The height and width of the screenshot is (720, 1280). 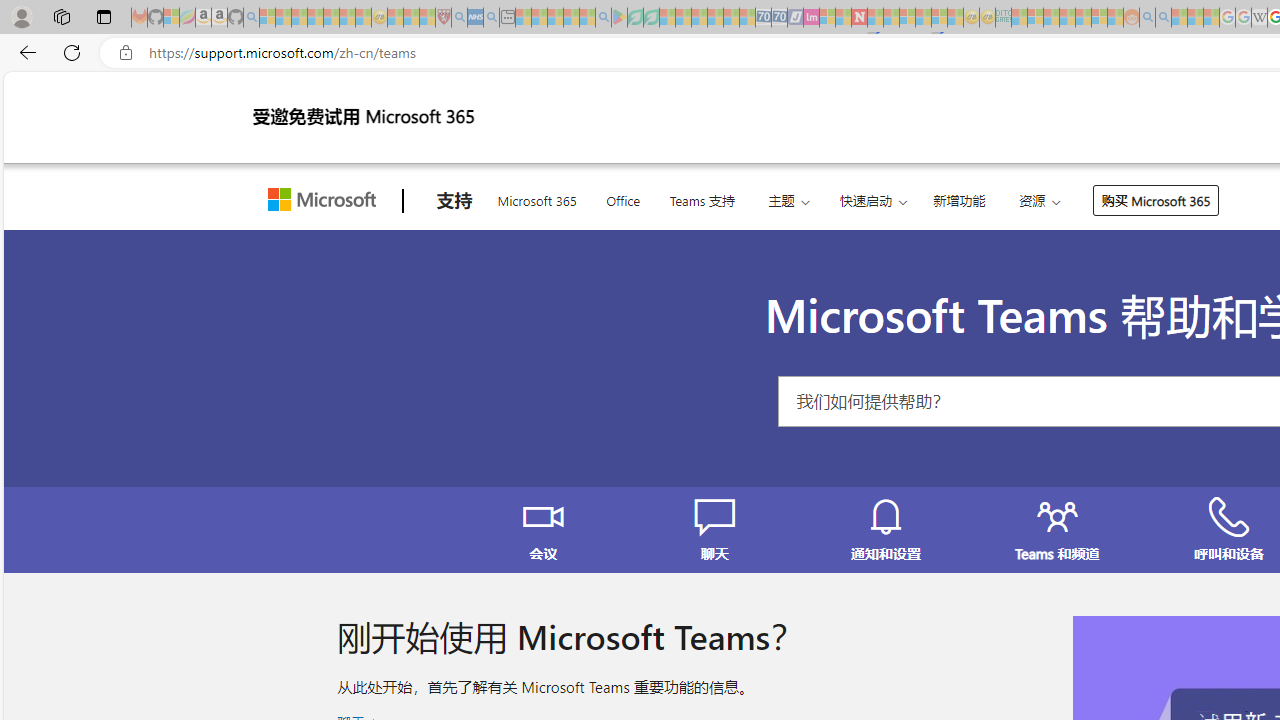 I want to click on 'Local - MSN - Sleeping', so click(x=426, y=17).